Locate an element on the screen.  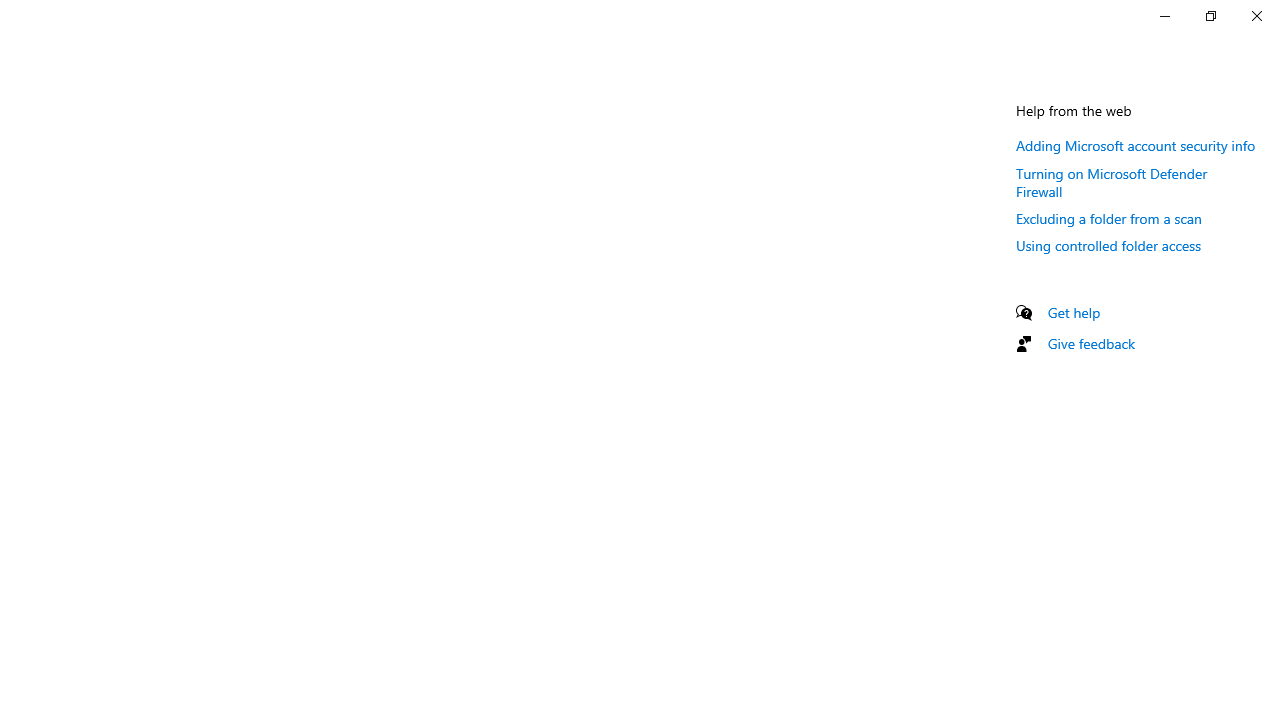
'Restore Settings' is located at coordinates (1209, 15).